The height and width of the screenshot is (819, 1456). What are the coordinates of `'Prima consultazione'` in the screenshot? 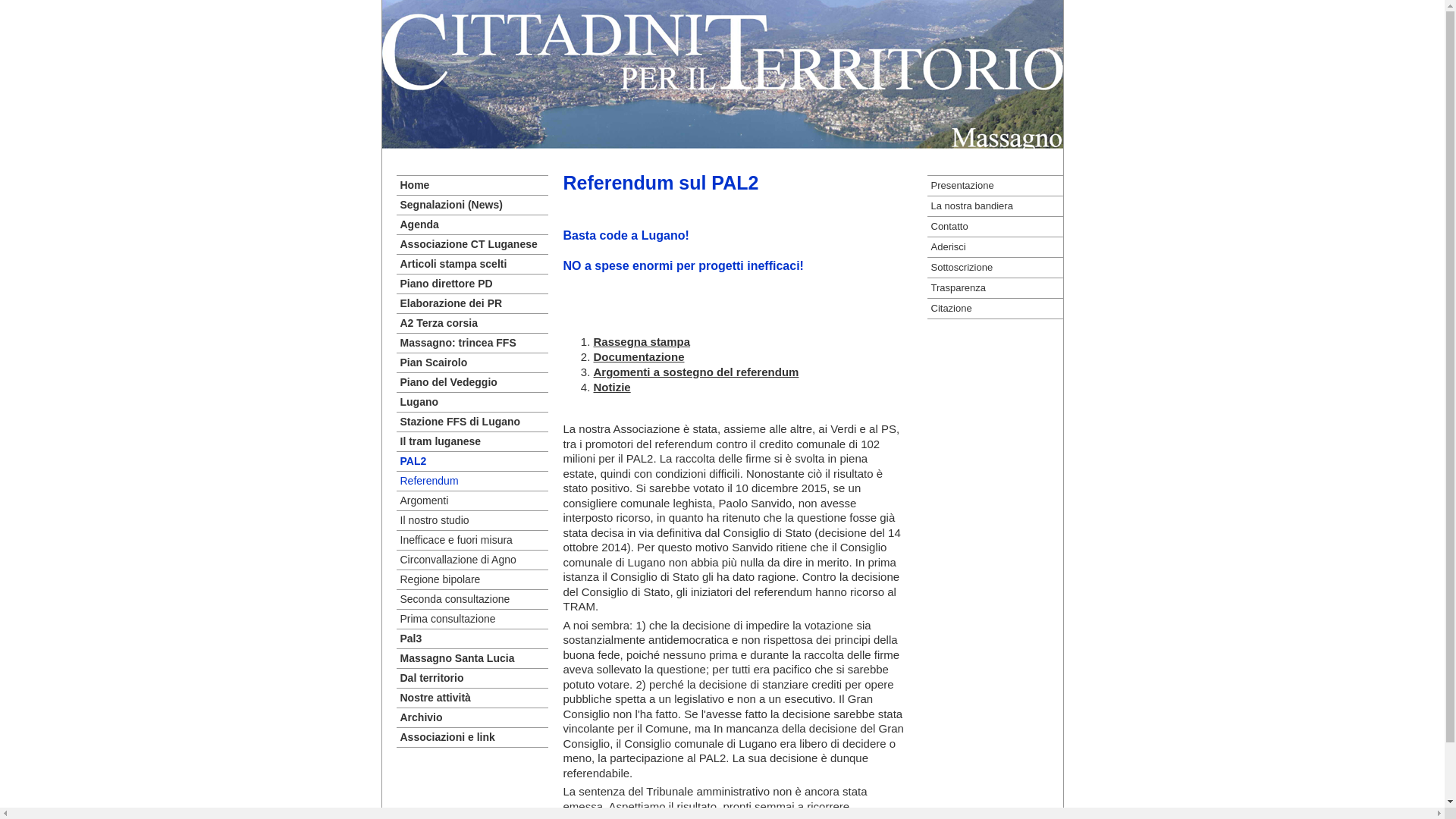 It's located at (471, 619).